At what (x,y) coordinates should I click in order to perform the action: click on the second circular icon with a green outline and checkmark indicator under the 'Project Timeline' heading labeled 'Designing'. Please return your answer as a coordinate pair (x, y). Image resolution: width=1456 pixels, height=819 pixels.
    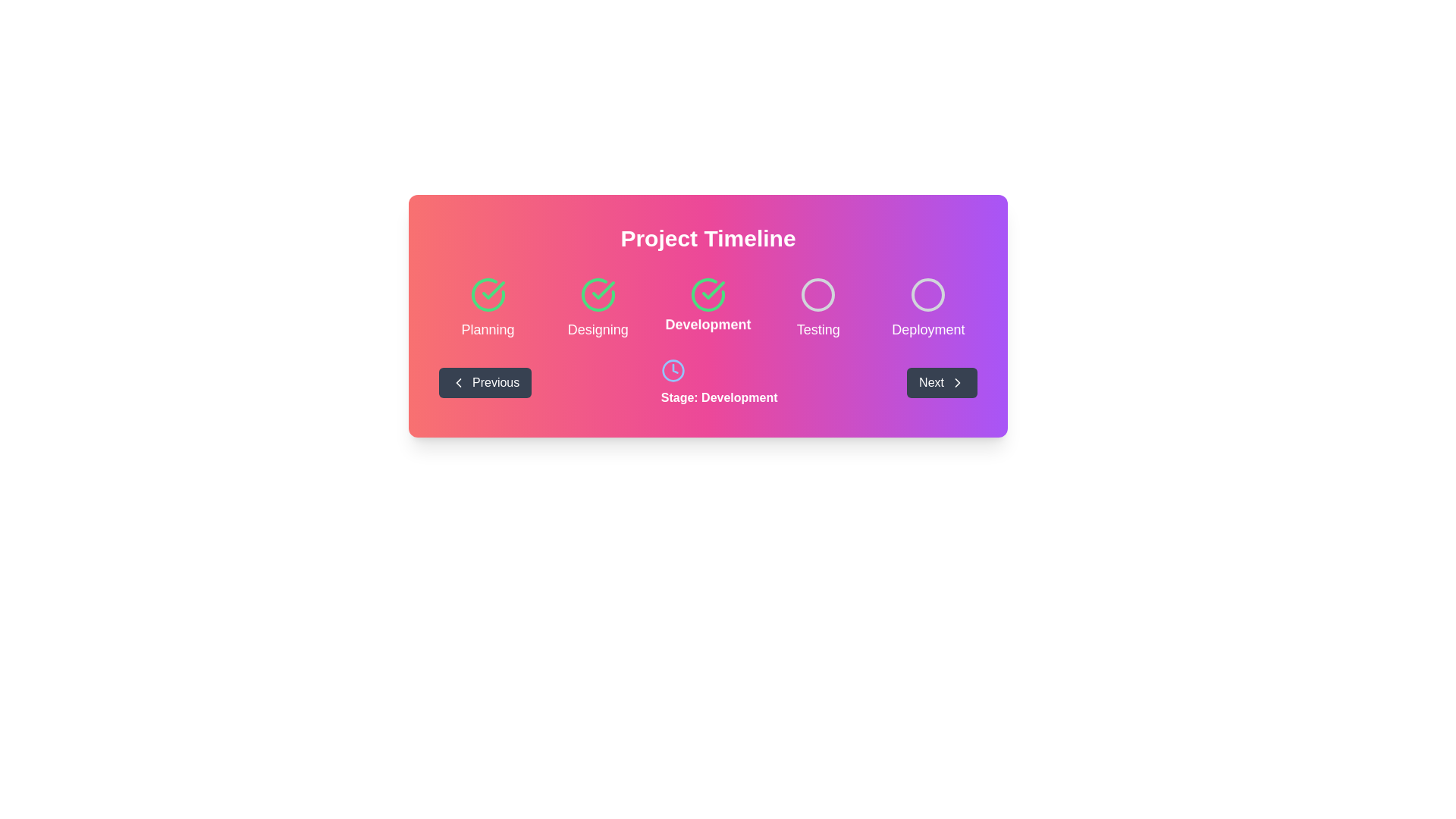
    Looking at the image, I should click on (597, 295).